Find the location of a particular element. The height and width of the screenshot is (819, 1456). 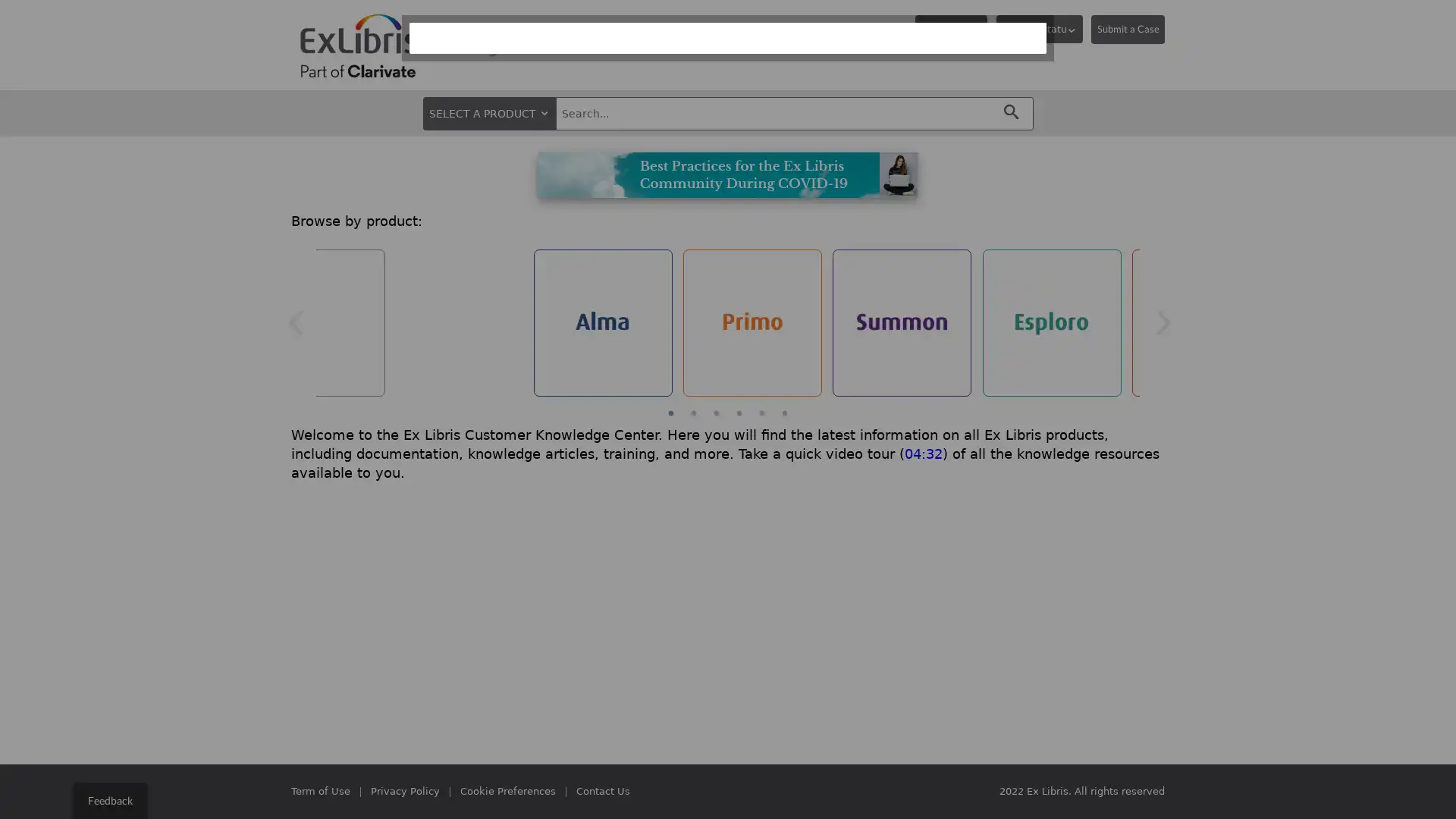

Previous is located at coordinates (295, 322).